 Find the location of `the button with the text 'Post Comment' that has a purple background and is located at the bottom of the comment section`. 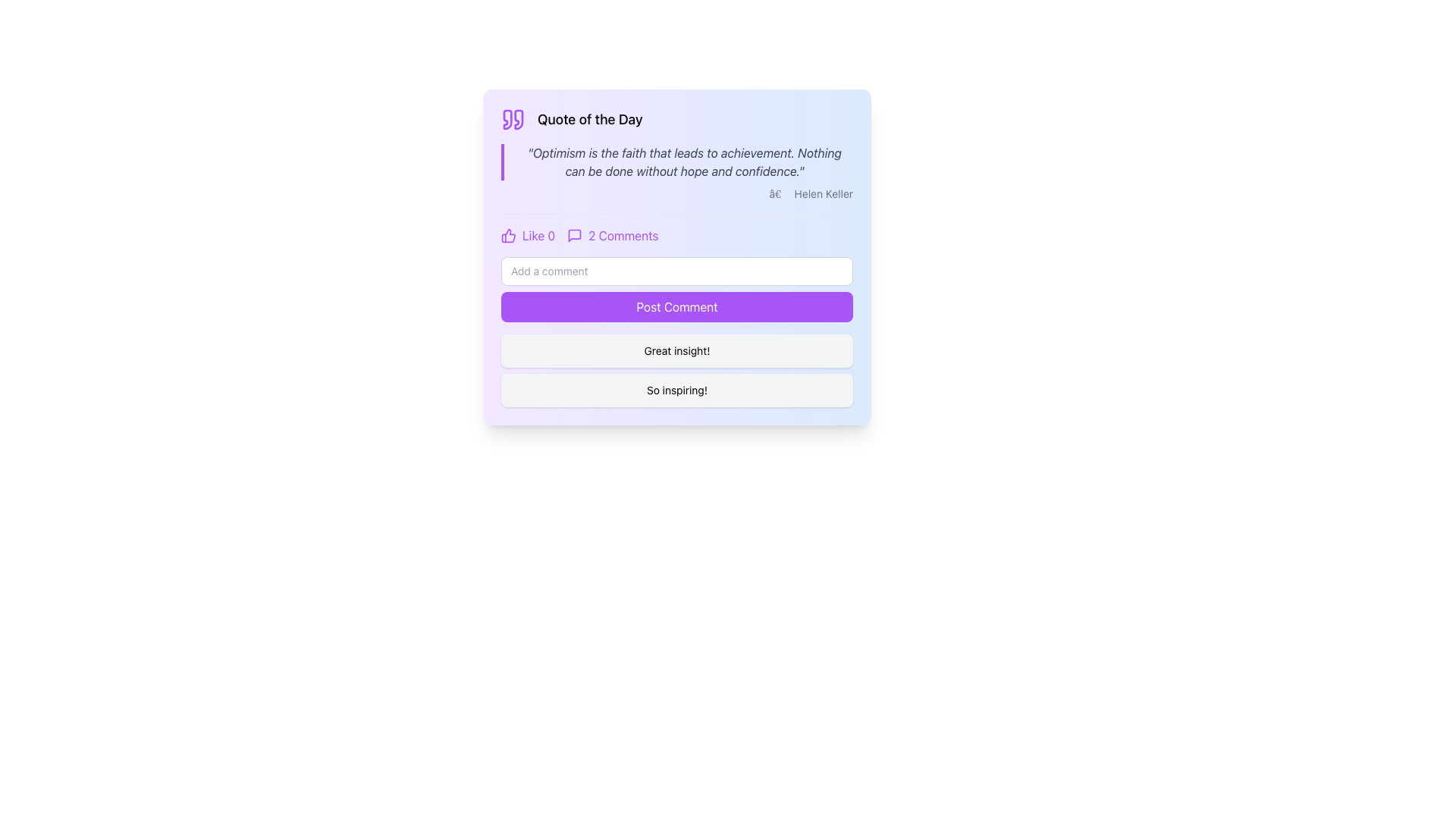

the button with the text 'Post Comment' that has a purple background and is located at the bottom of the comment section is located at coordinates (676, 289).